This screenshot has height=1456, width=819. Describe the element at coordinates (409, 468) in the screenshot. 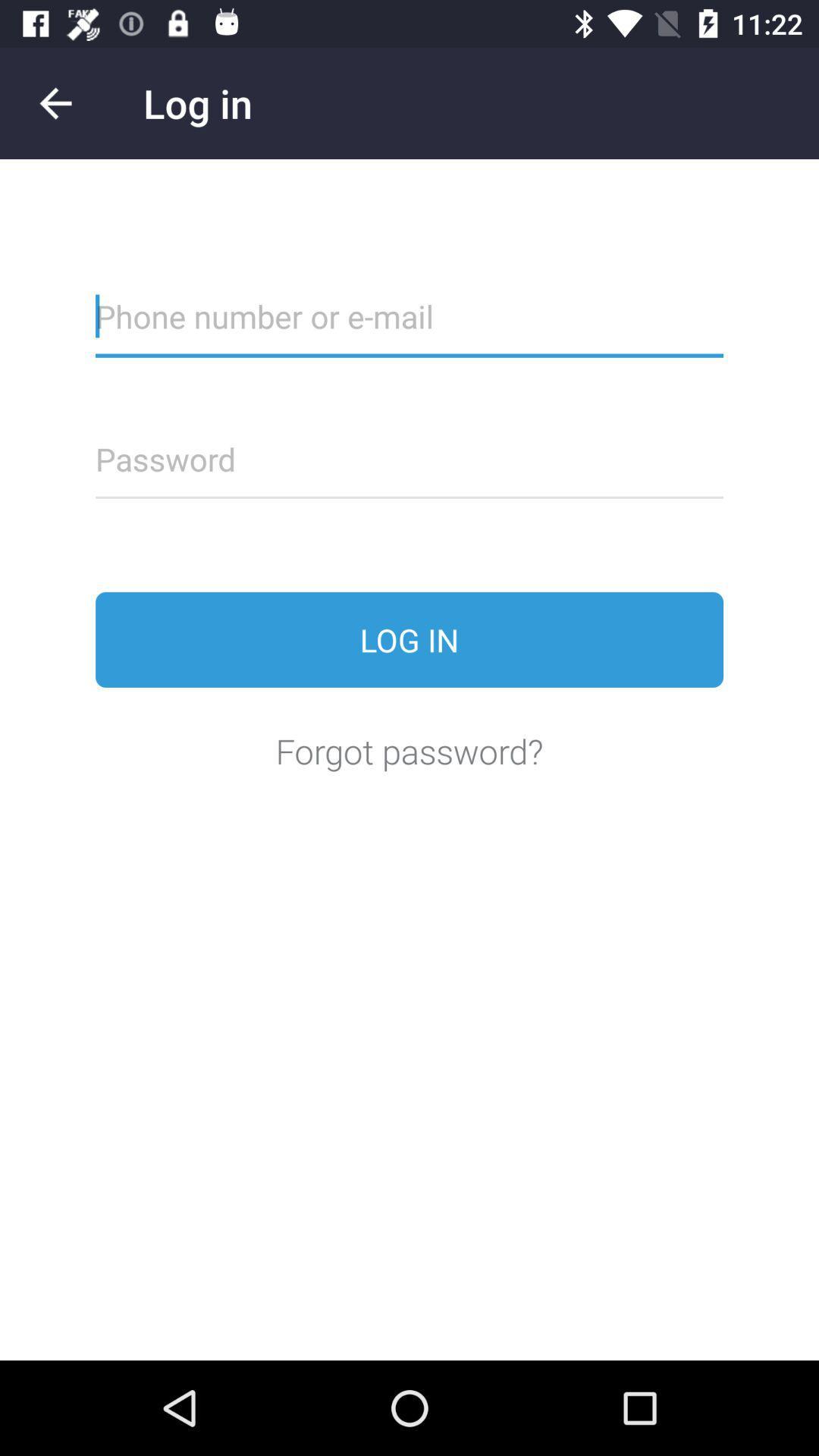

I see `password box` at that location.